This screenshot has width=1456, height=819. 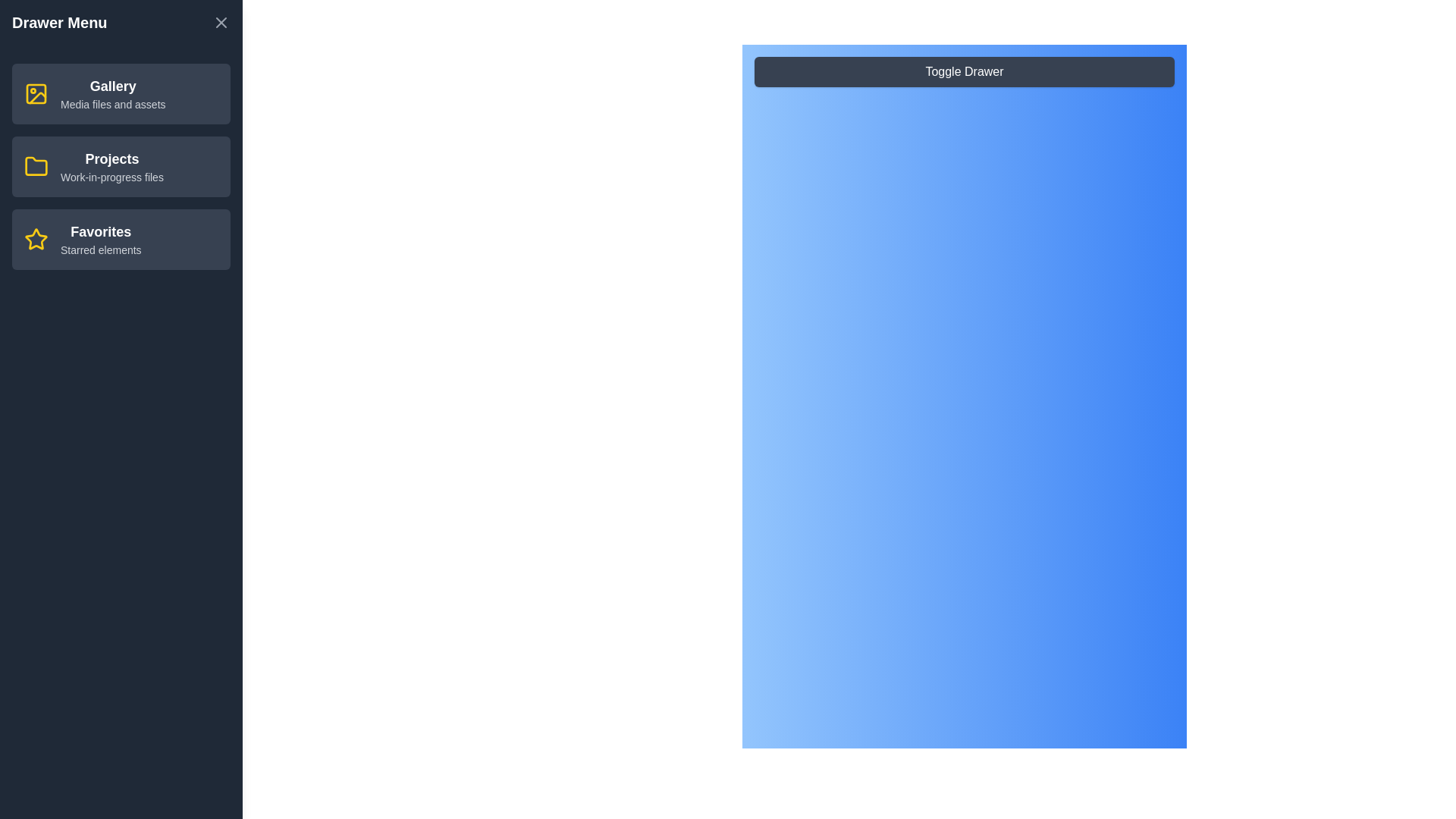 What do you see at coordinates (120, 166) in the screenshot?
I see `the menu item Projects from the drawer` at bounding box center [120, 166].